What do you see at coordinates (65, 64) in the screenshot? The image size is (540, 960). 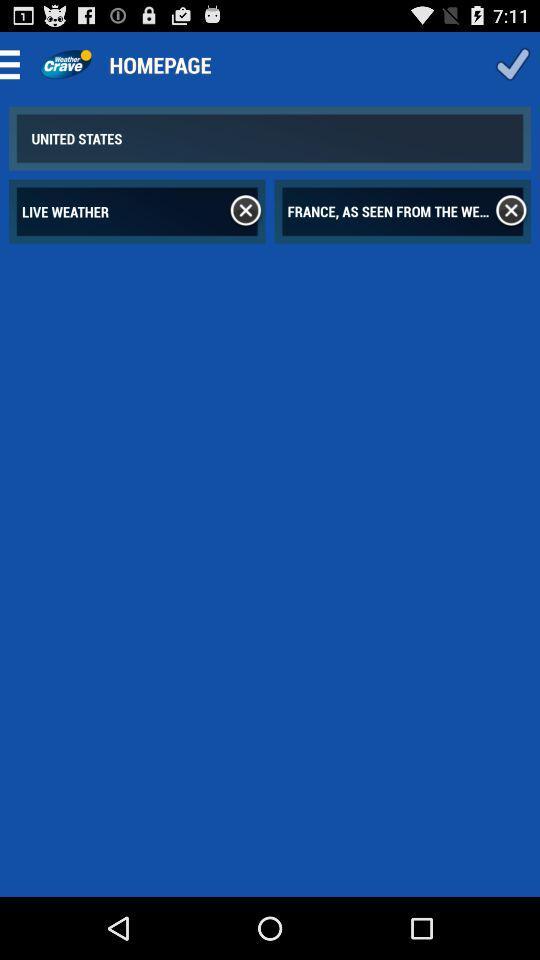 I see `homepage` at bounding box center [65, 64].